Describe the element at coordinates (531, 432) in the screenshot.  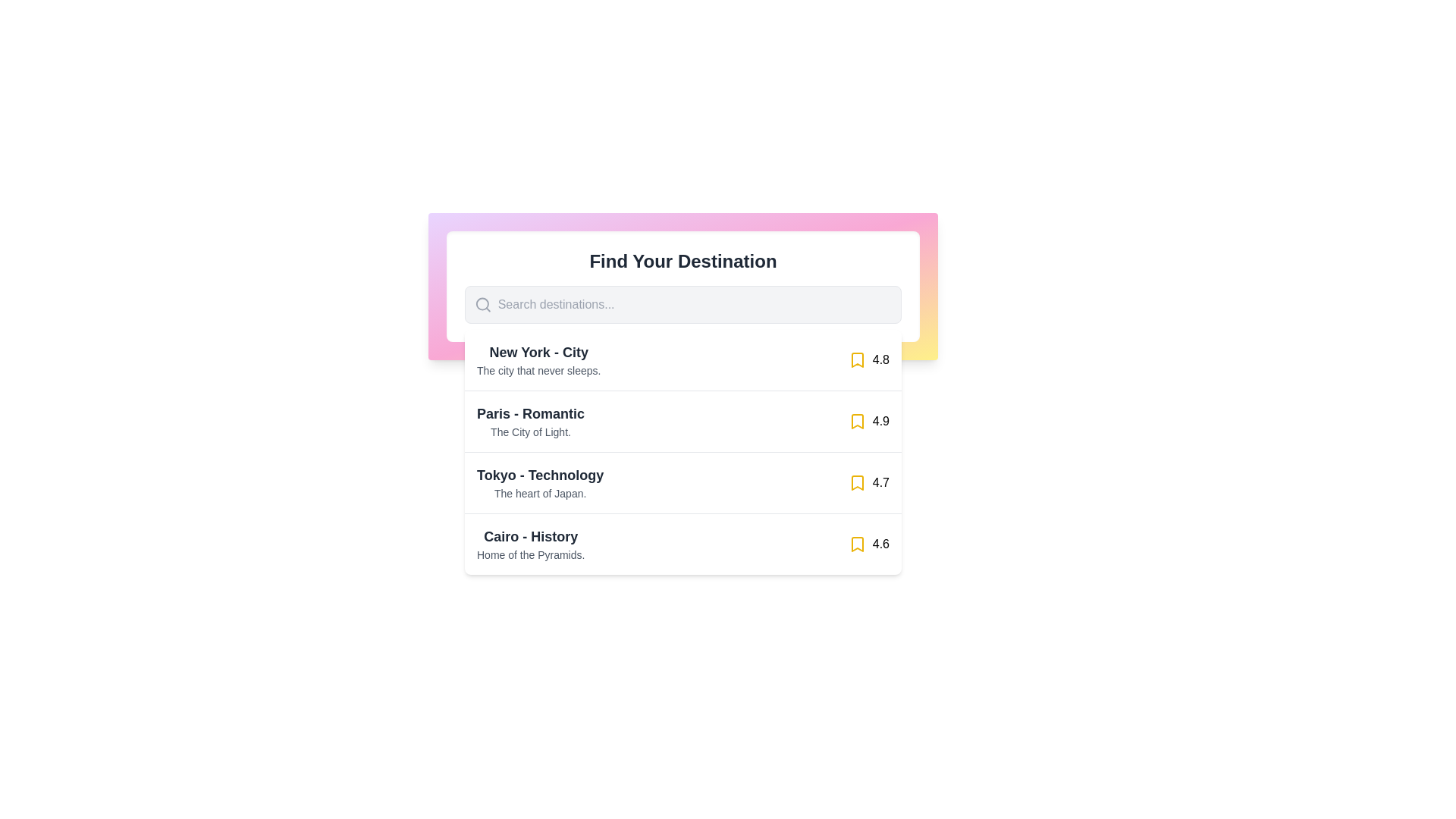
I see `the descriptive Text label located directly beneath the 'Paris - Romantic' title in the second item of the vertical list` at that location.